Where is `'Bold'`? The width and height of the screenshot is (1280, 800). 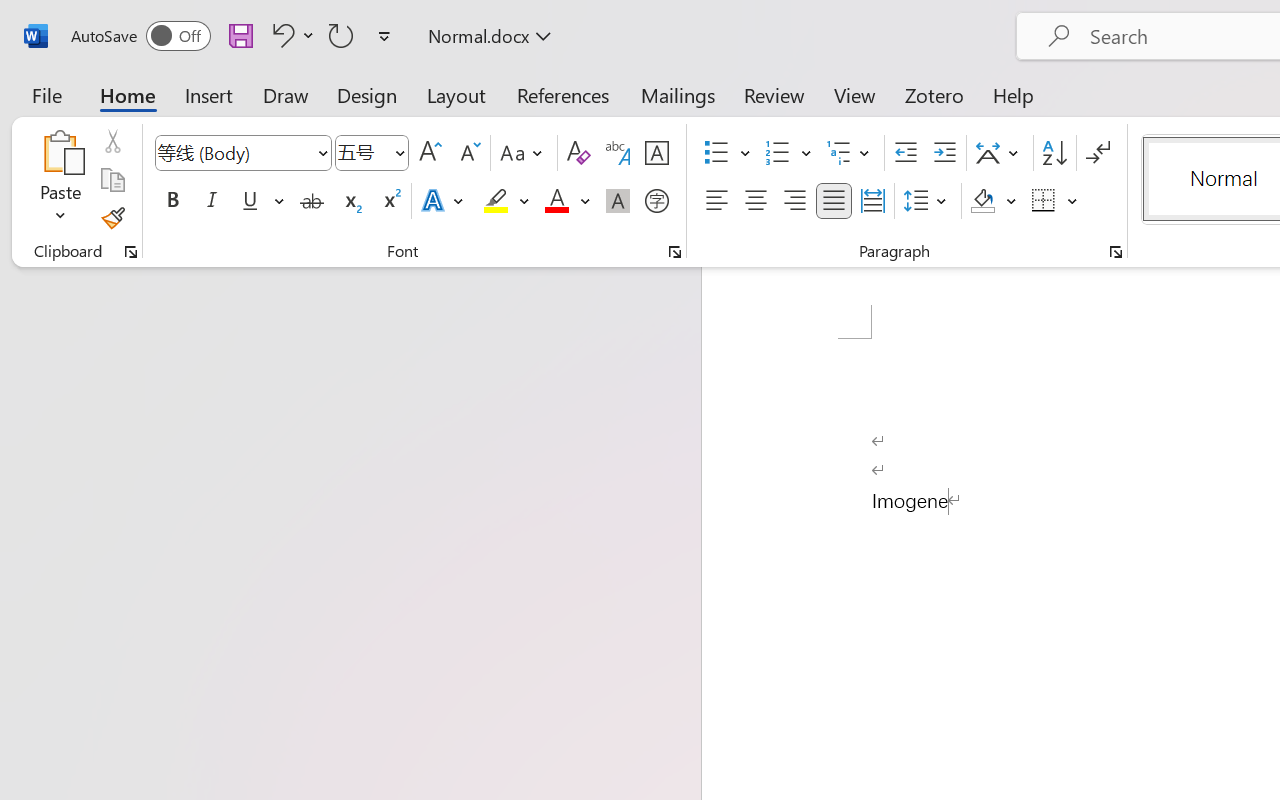
'Bold' is located at coordinates (172, 201).